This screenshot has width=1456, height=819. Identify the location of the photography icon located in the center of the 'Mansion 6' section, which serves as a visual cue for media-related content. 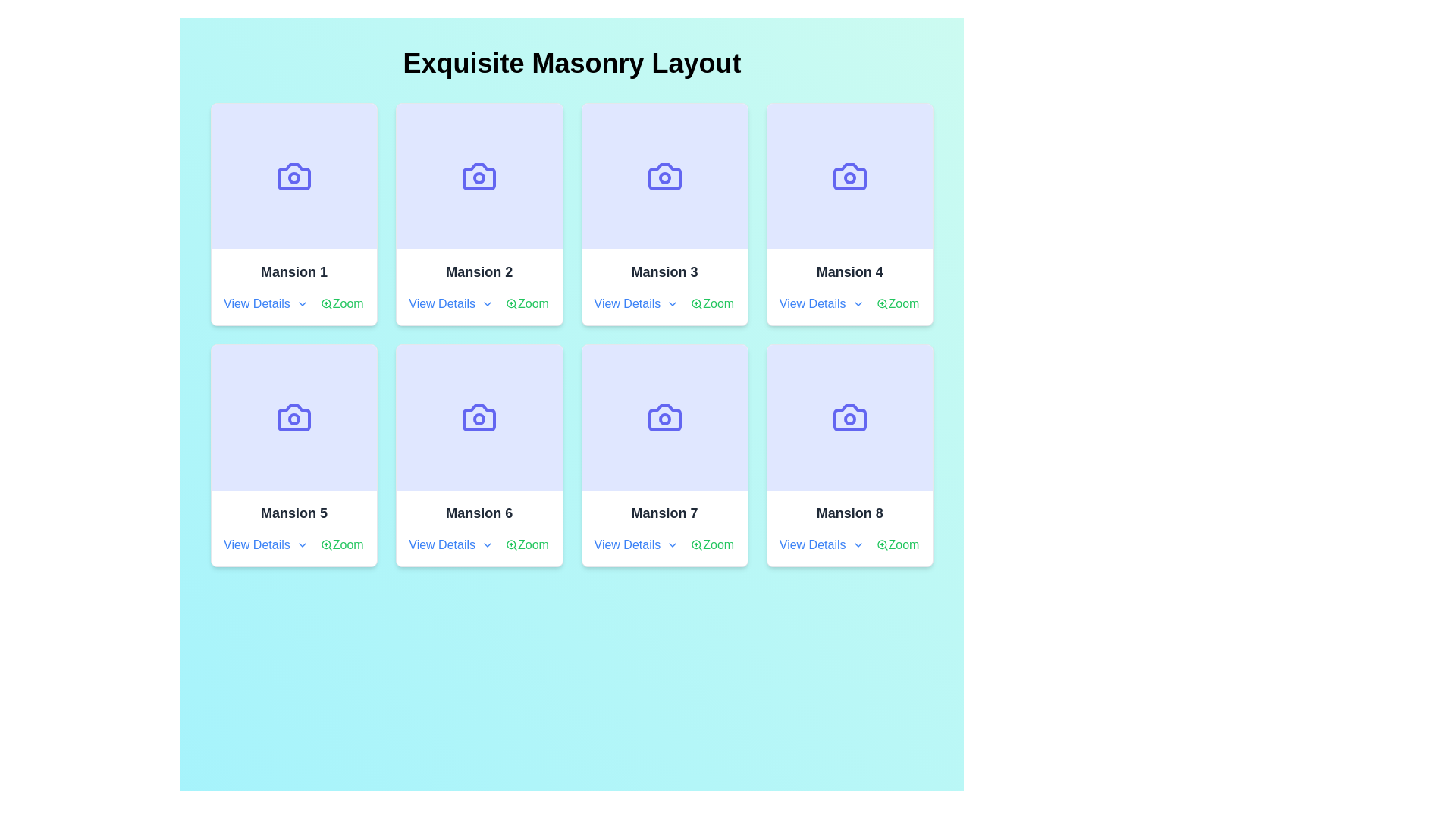
(479, 418).